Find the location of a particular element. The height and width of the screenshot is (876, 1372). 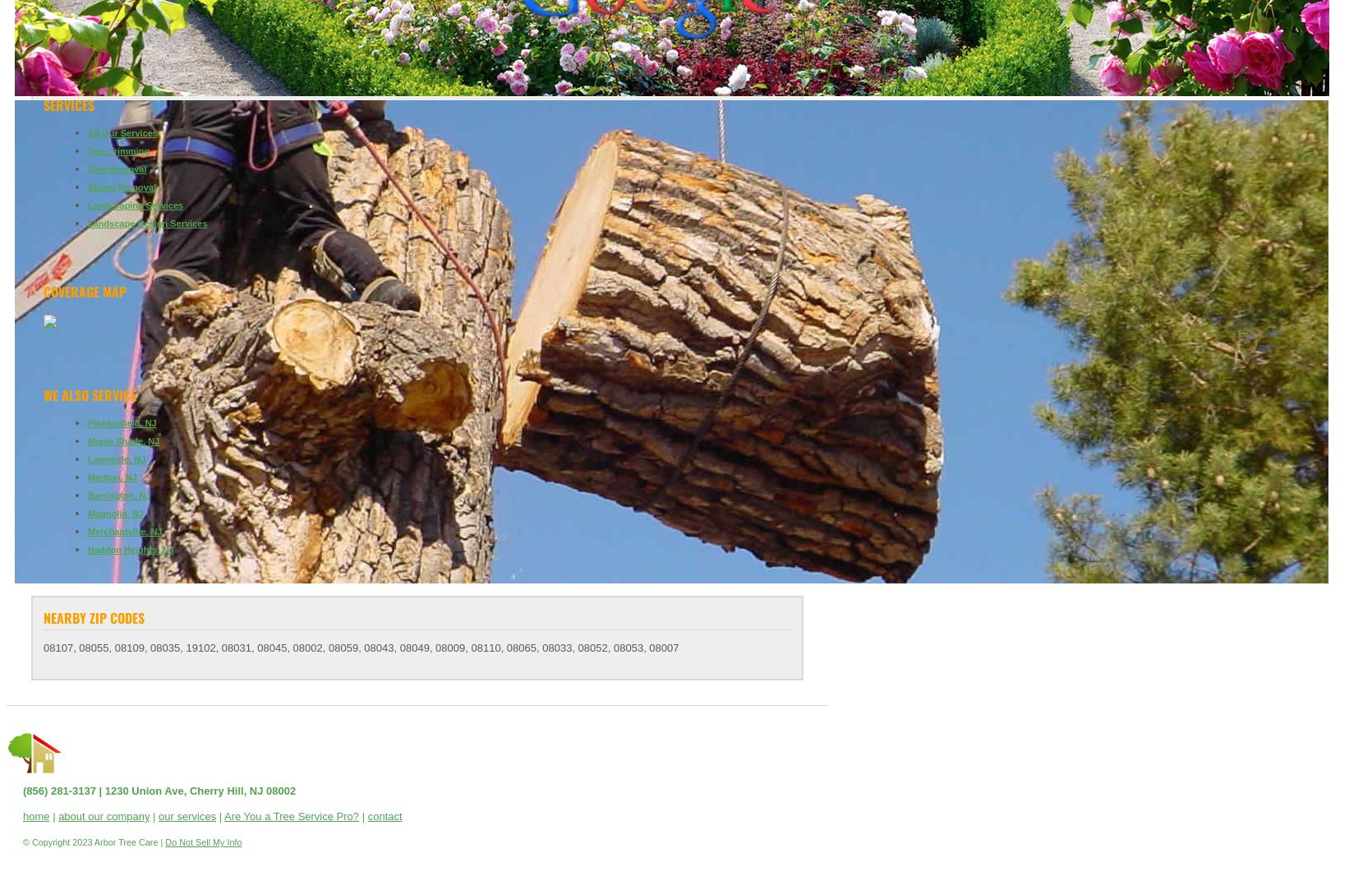

'our services' is located at coordinates (159, 816).